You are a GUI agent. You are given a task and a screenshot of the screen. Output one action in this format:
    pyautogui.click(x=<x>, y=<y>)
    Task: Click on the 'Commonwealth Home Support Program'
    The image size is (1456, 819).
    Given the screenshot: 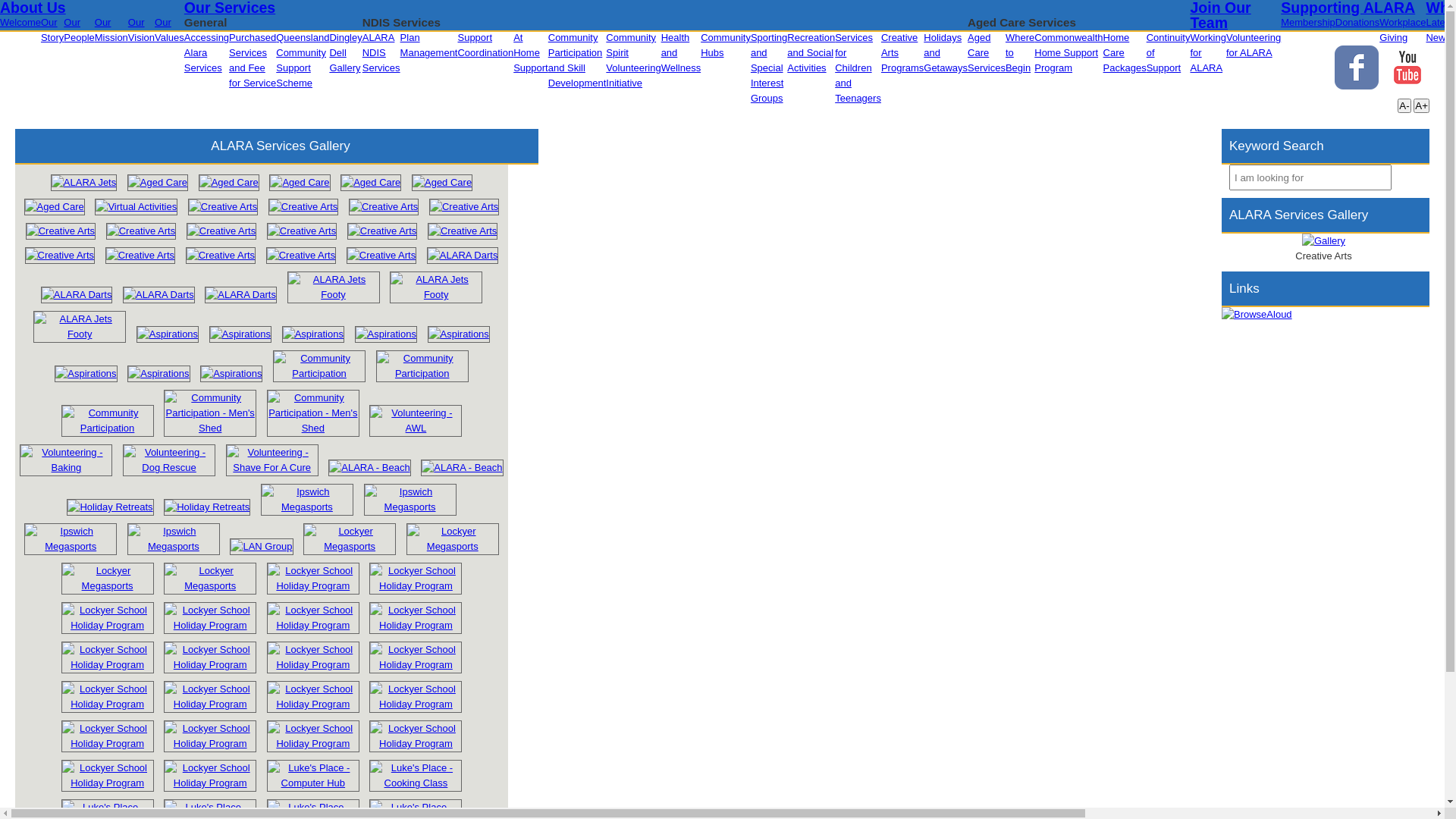 What is the action you would take?
    pyautogui.click(x=1068, y=52)
    